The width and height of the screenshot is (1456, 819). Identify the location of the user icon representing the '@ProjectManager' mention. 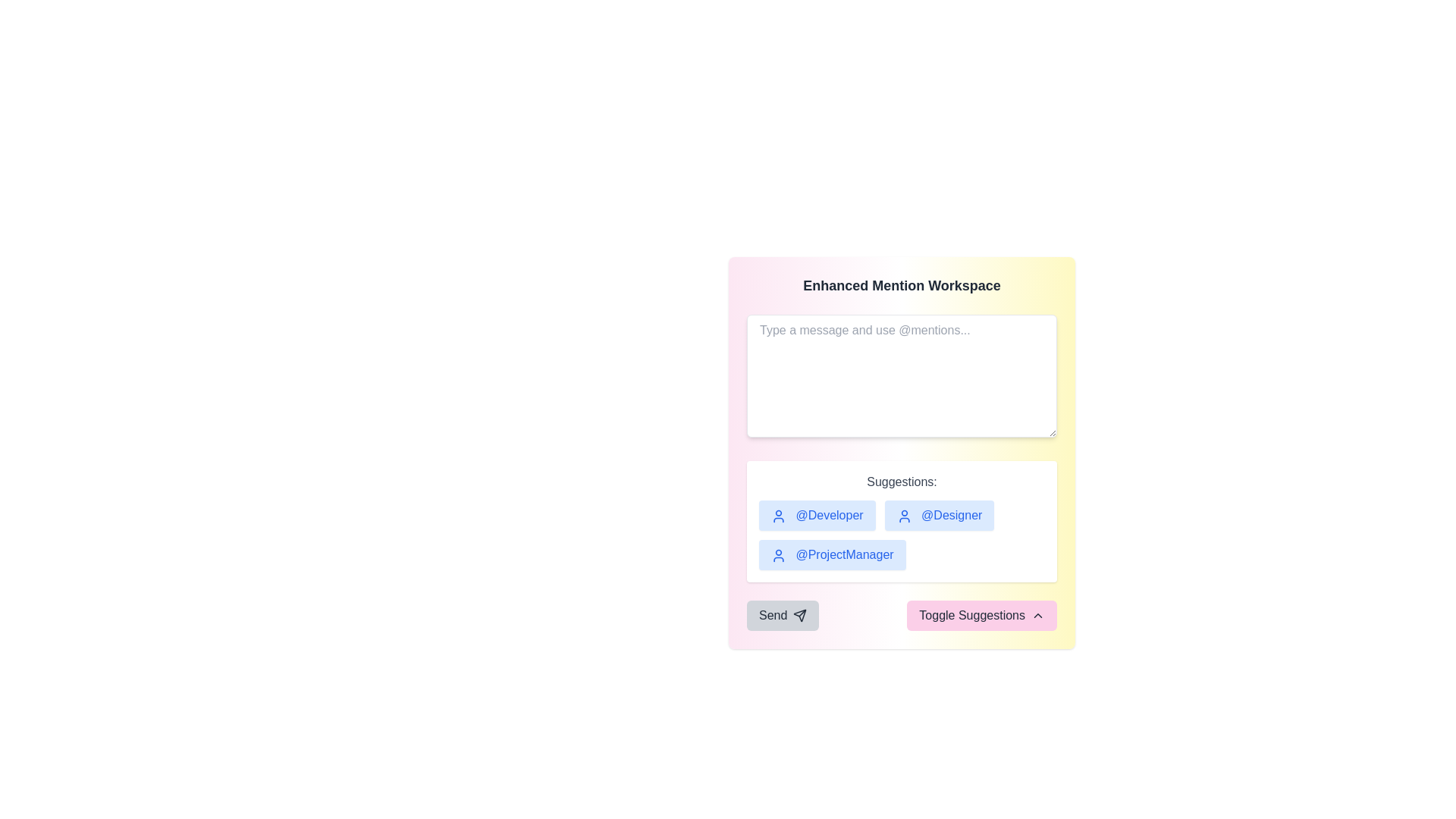
(779, 555).